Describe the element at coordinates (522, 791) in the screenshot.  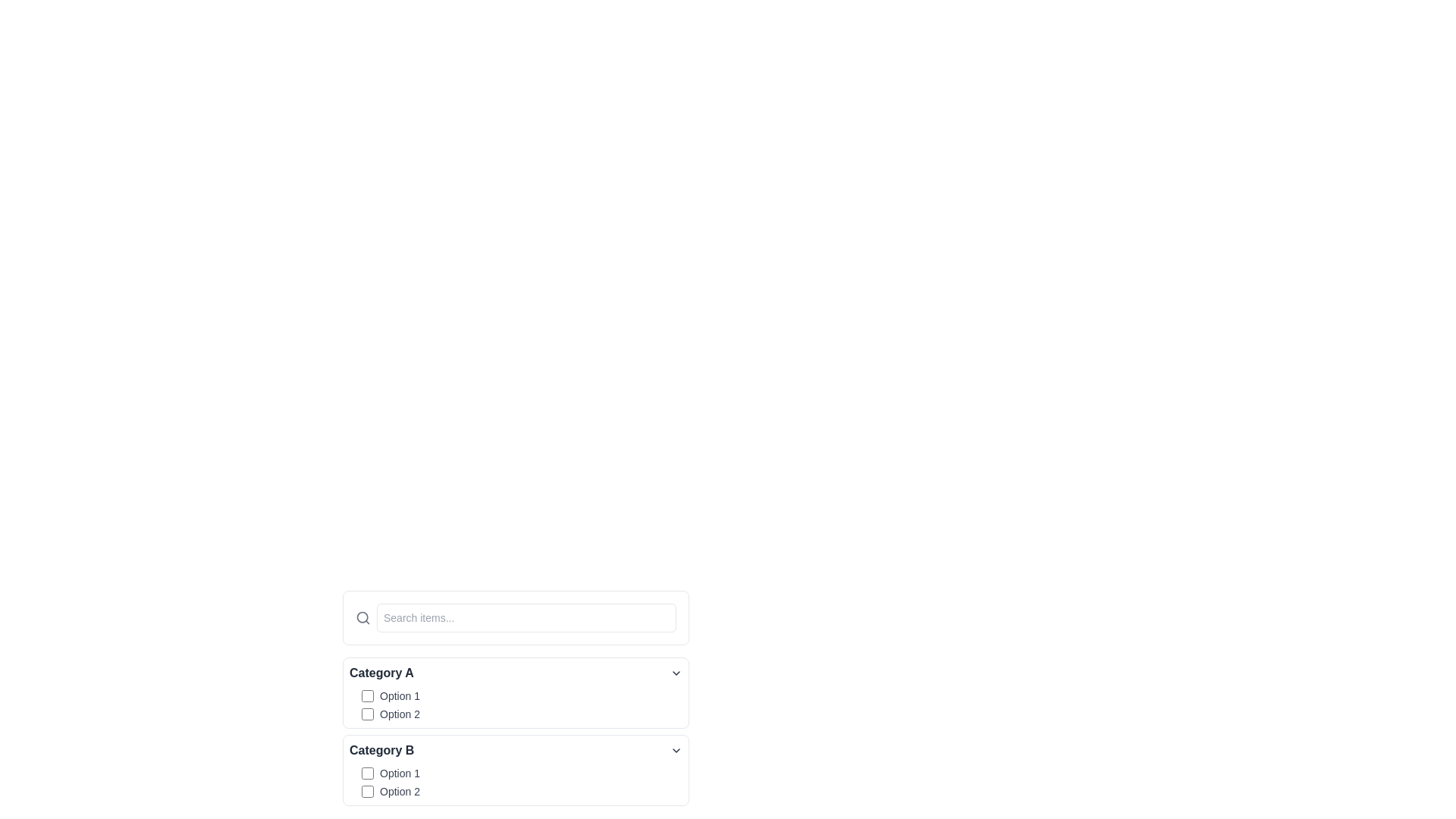
I see `the 'Option 2' checkbox` at that location.